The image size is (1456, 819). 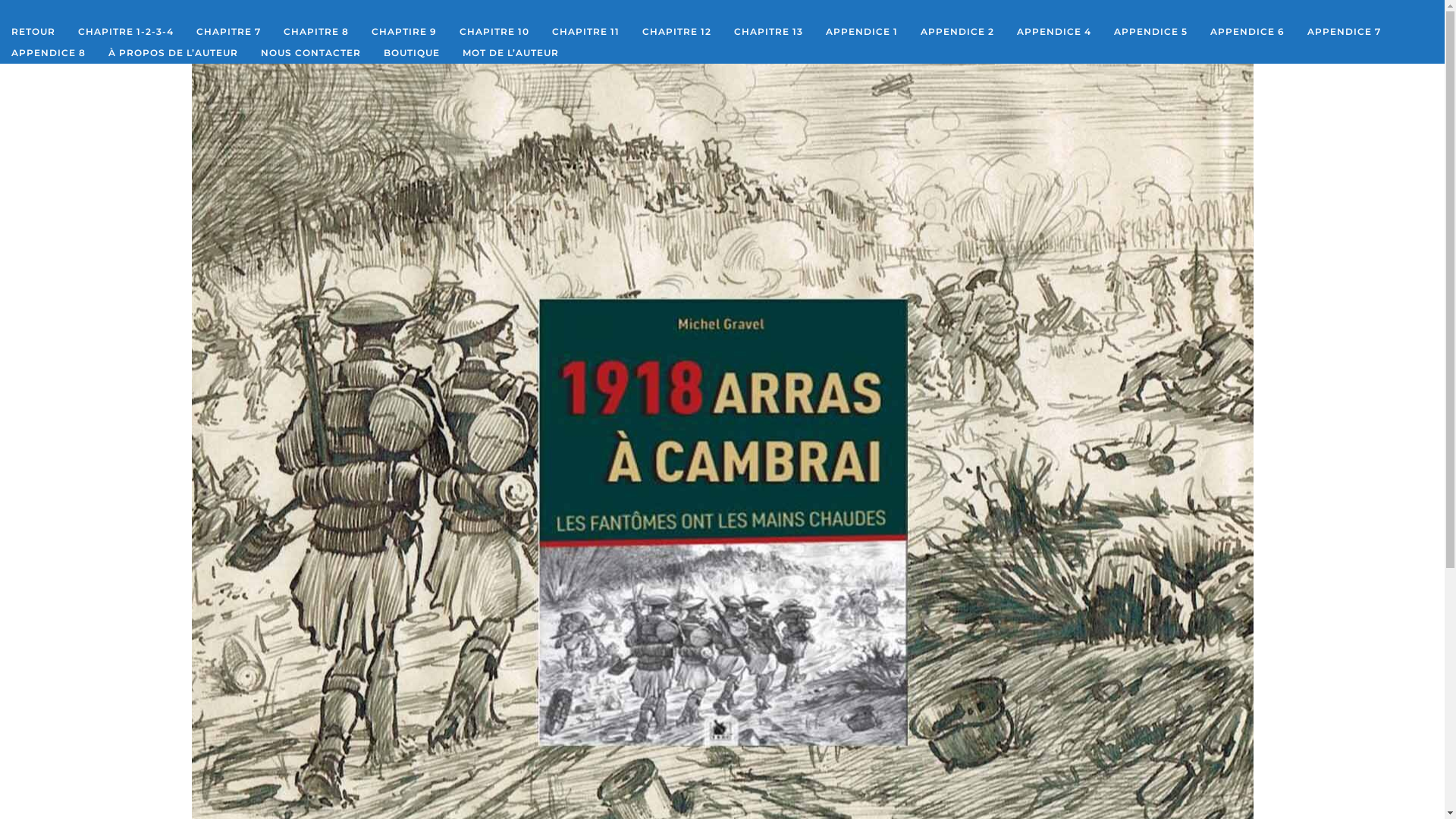 I want to click on 'CHAPITRE 11', so click(x=585, y=32).